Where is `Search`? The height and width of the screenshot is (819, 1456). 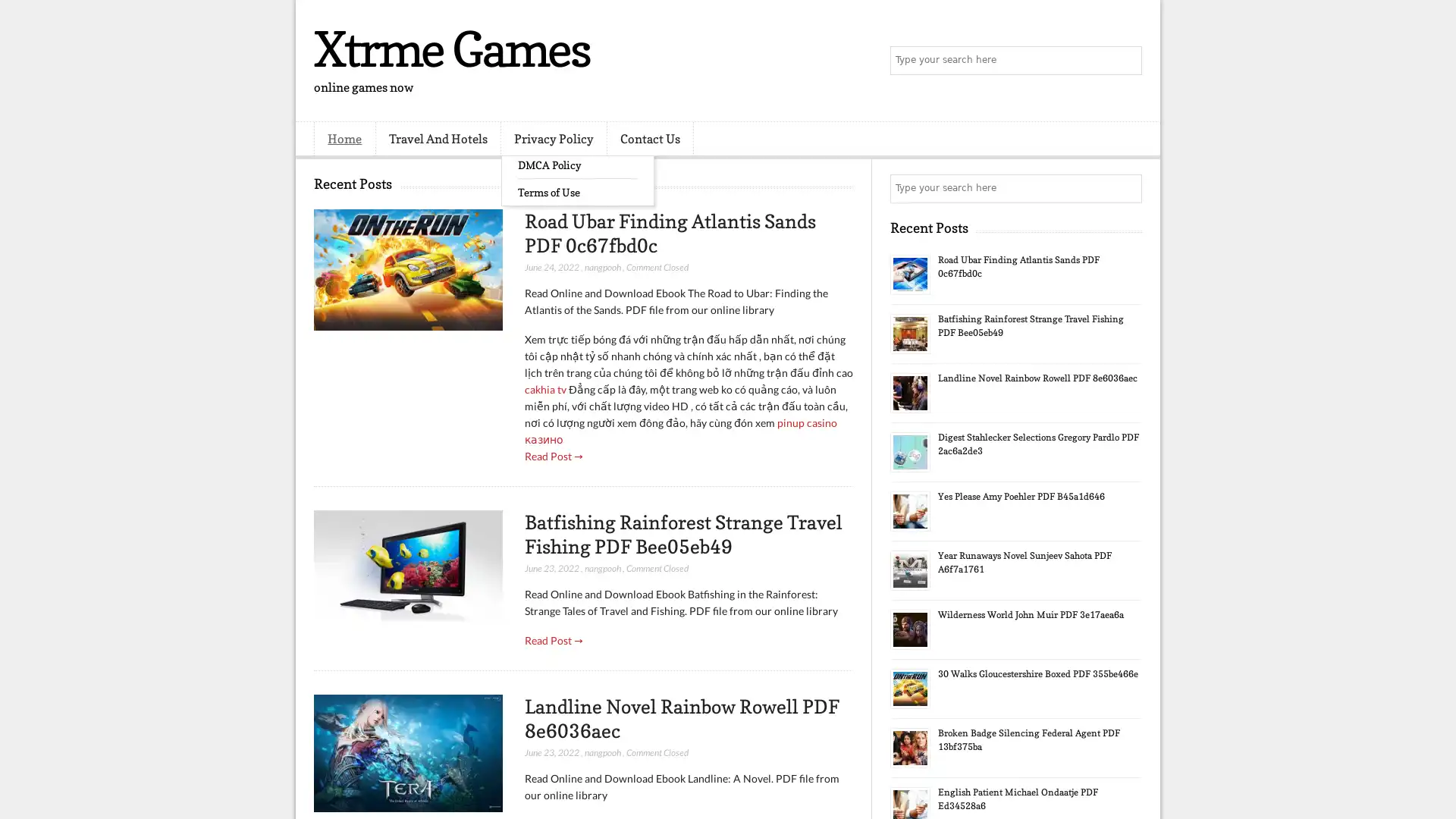
Search is located at coordinates (1126, 188).